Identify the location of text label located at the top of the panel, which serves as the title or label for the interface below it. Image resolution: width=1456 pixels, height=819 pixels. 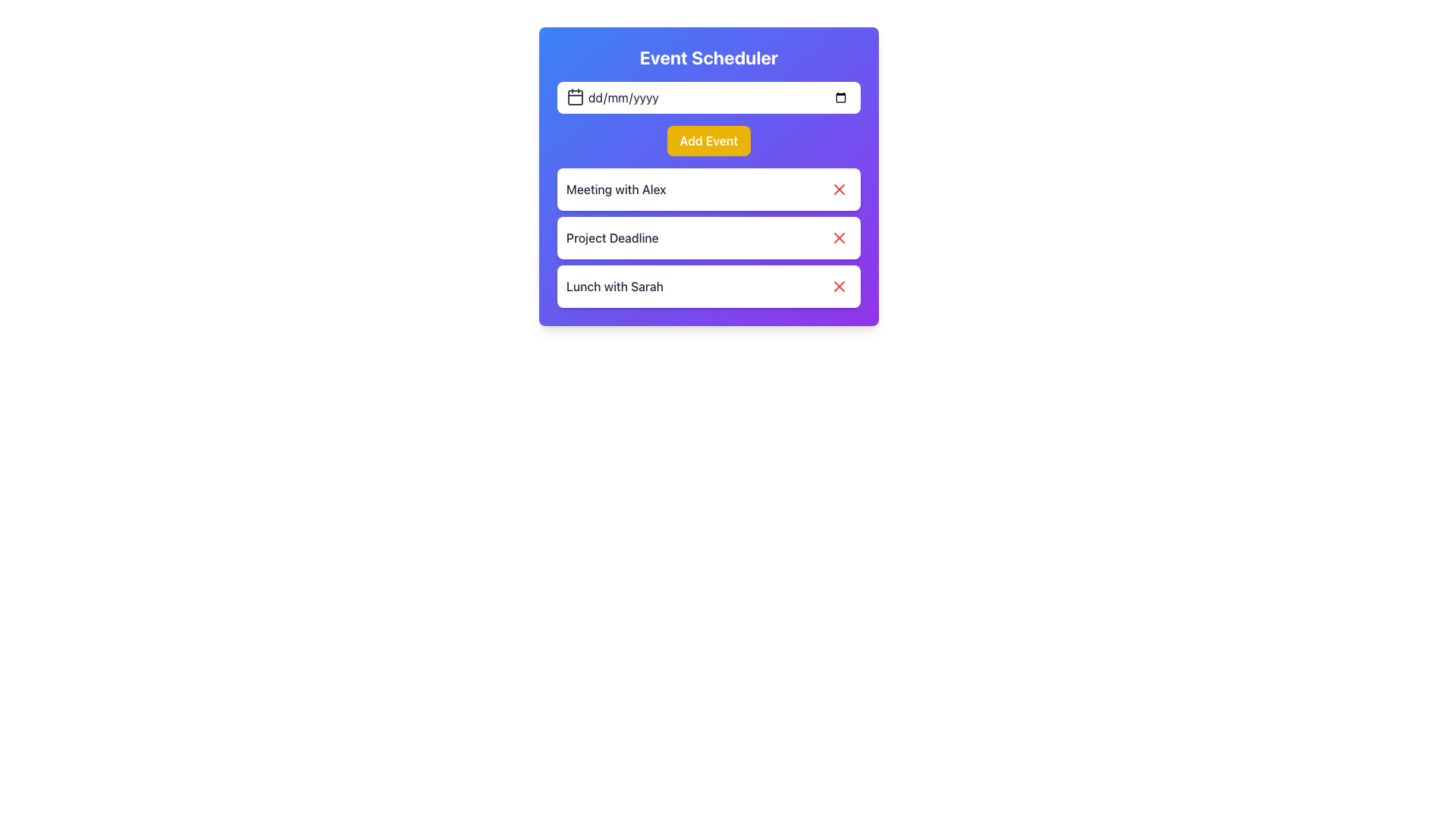
(708, 57).